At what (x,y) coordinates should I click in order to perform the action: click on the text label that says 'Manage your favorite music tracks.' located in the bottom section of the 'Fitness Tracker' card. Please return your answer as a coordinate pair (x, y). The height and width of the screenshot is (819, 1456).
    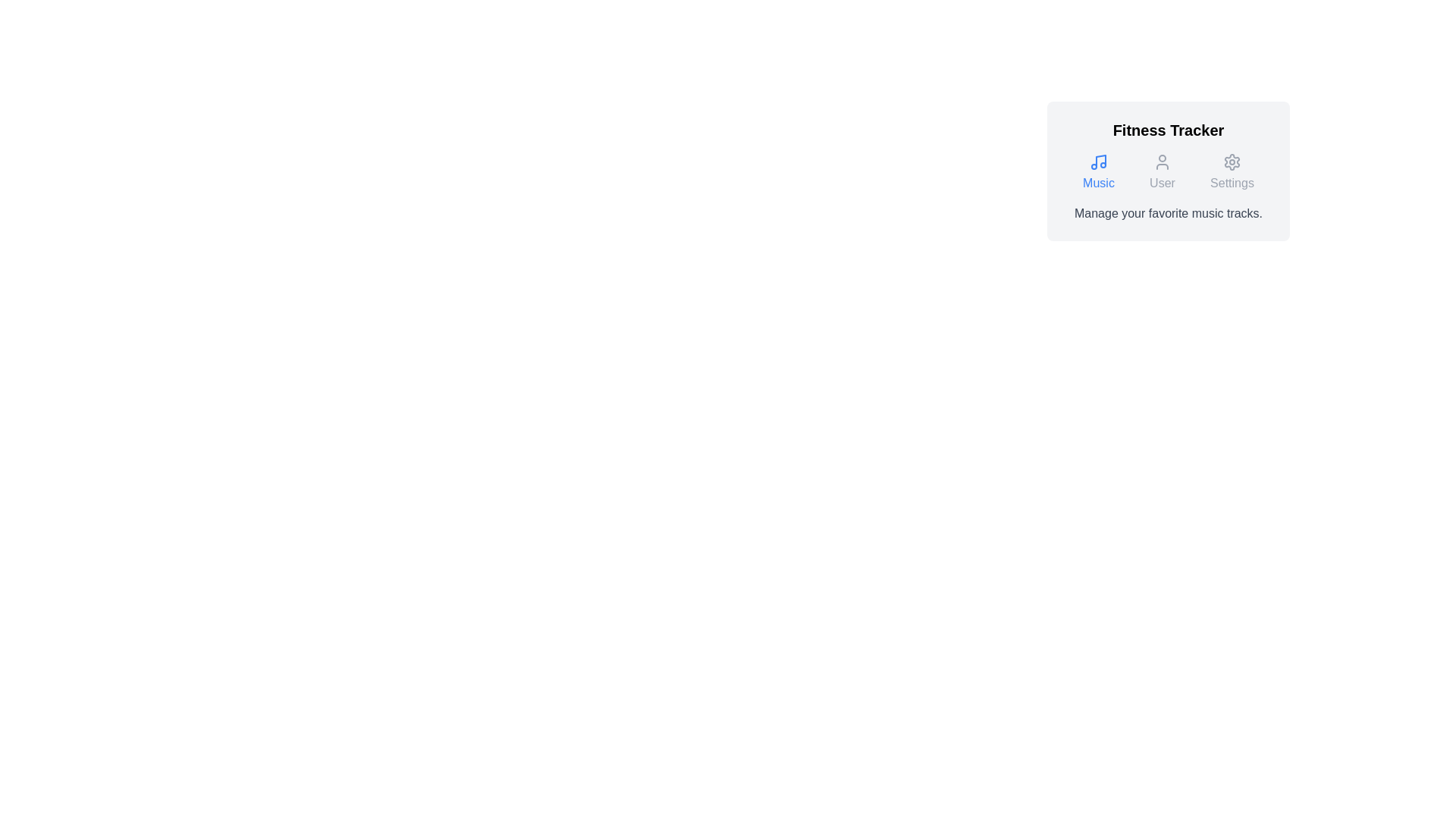
    Looking at the image, I should click on (1167, 213).